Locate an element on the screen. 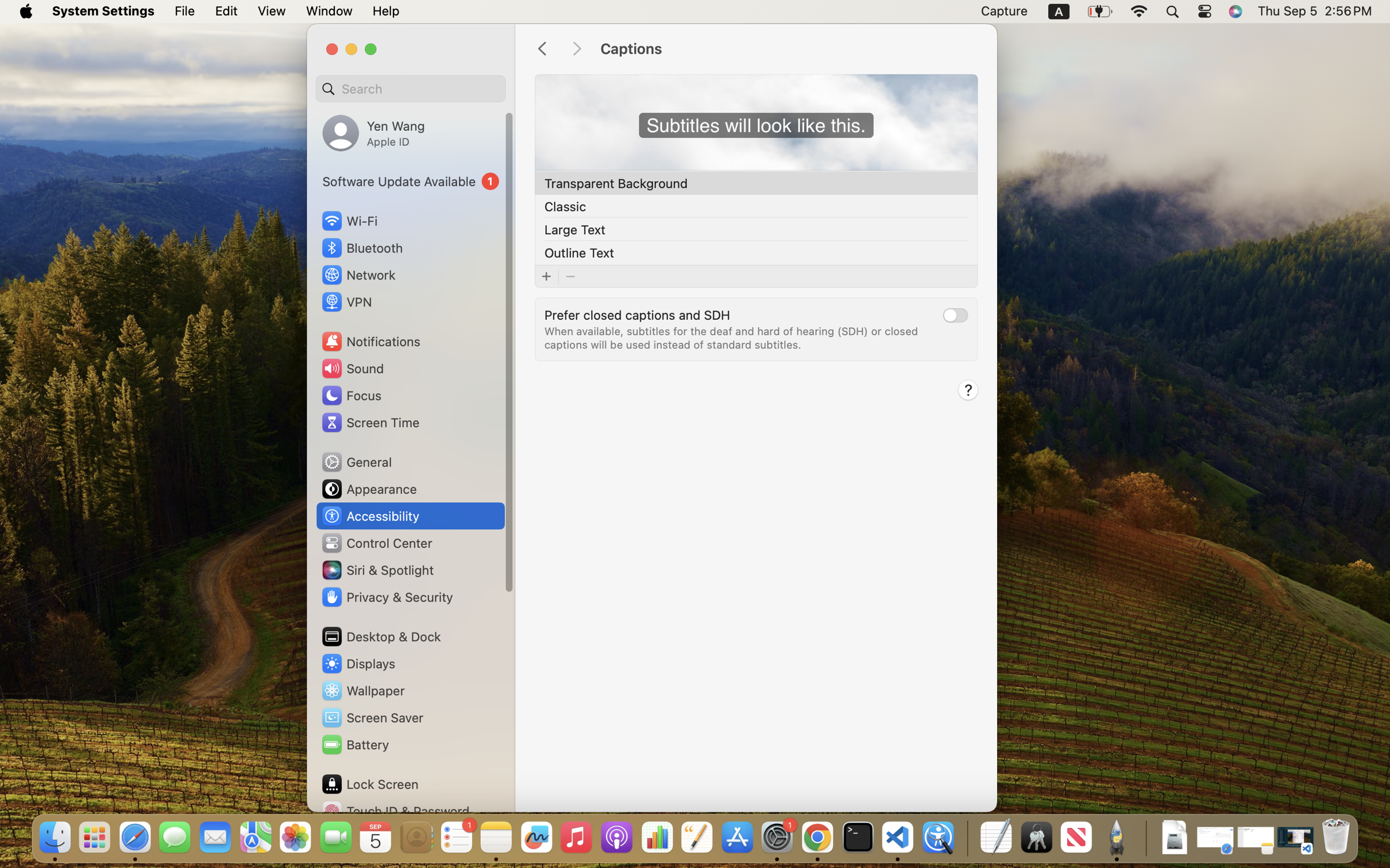  'Bluetooth' is located at coordinates (361, 247).